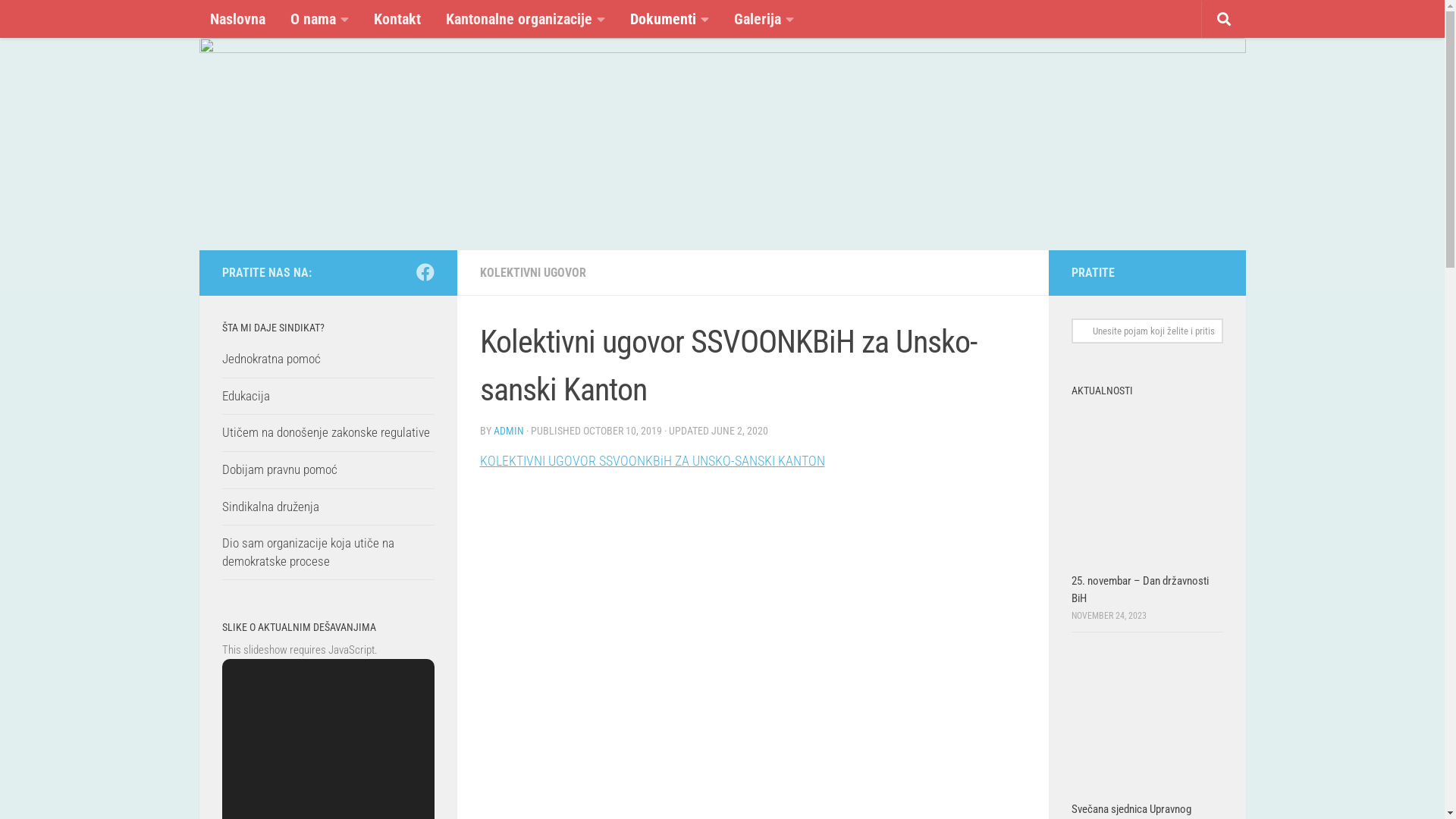  What do you see at coordinates (58, 20) in the screenshot?
I see `'Skip to content'` at bounding box center [58, 20].